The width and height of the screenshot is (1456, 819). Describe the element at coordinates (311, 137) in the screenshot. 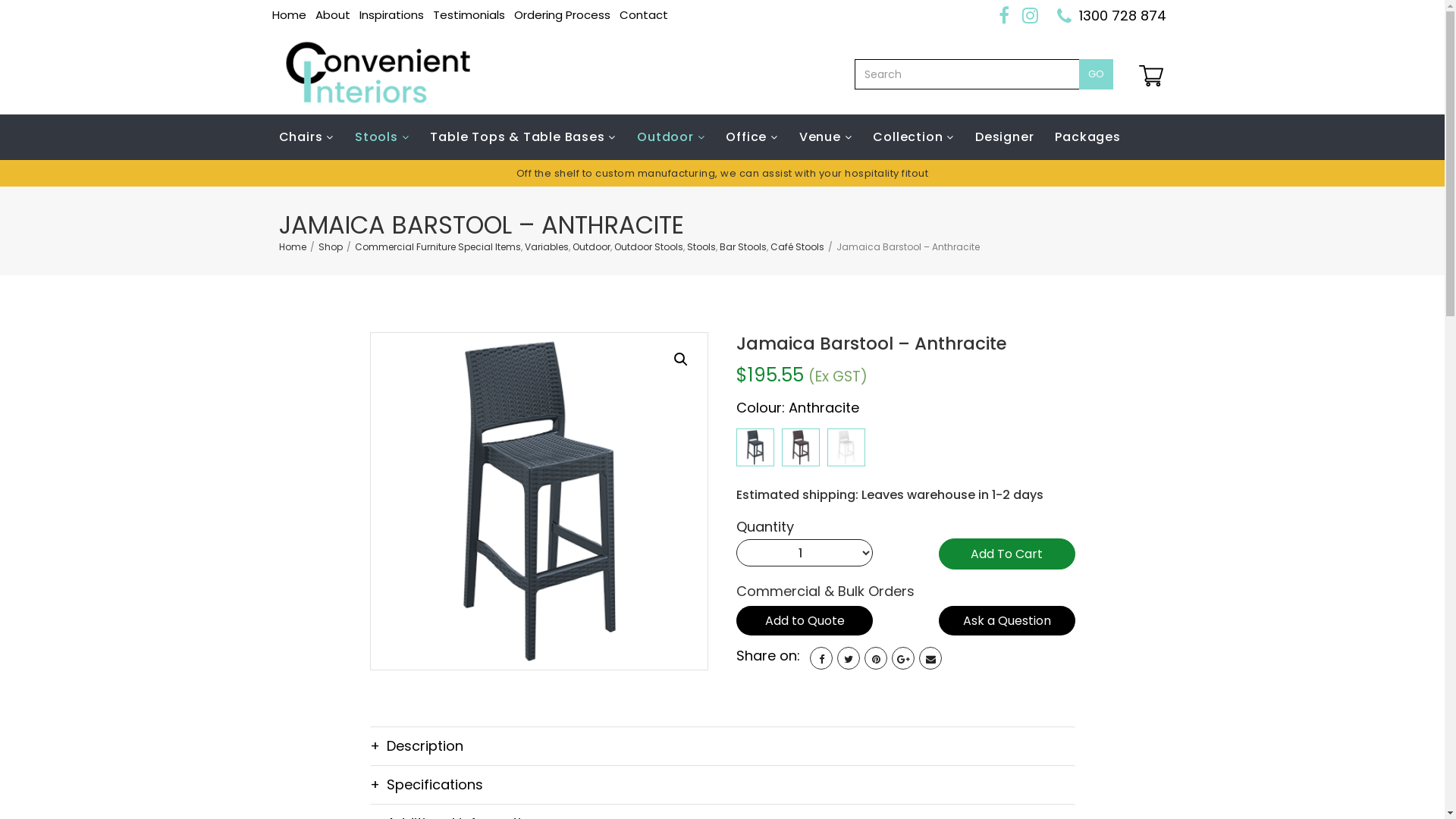

I see `'Chairs'` at that location.